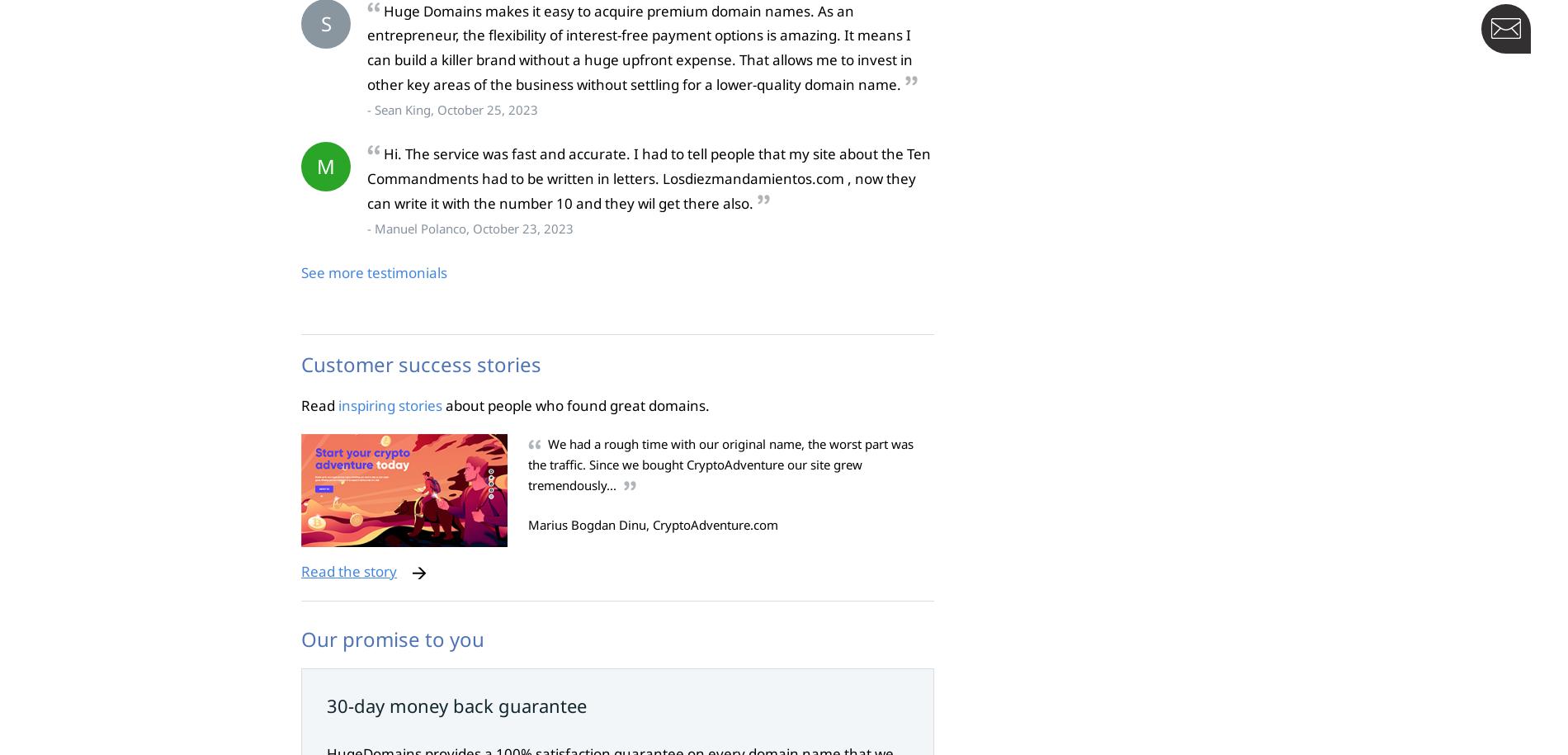 The width and height of the screenshot is (1568, 755). Describe the element at coordinates (652, 525) in the screenshot. I see `'Marius Bogdan Dinu, CryptoAdventure.com'` at that location.